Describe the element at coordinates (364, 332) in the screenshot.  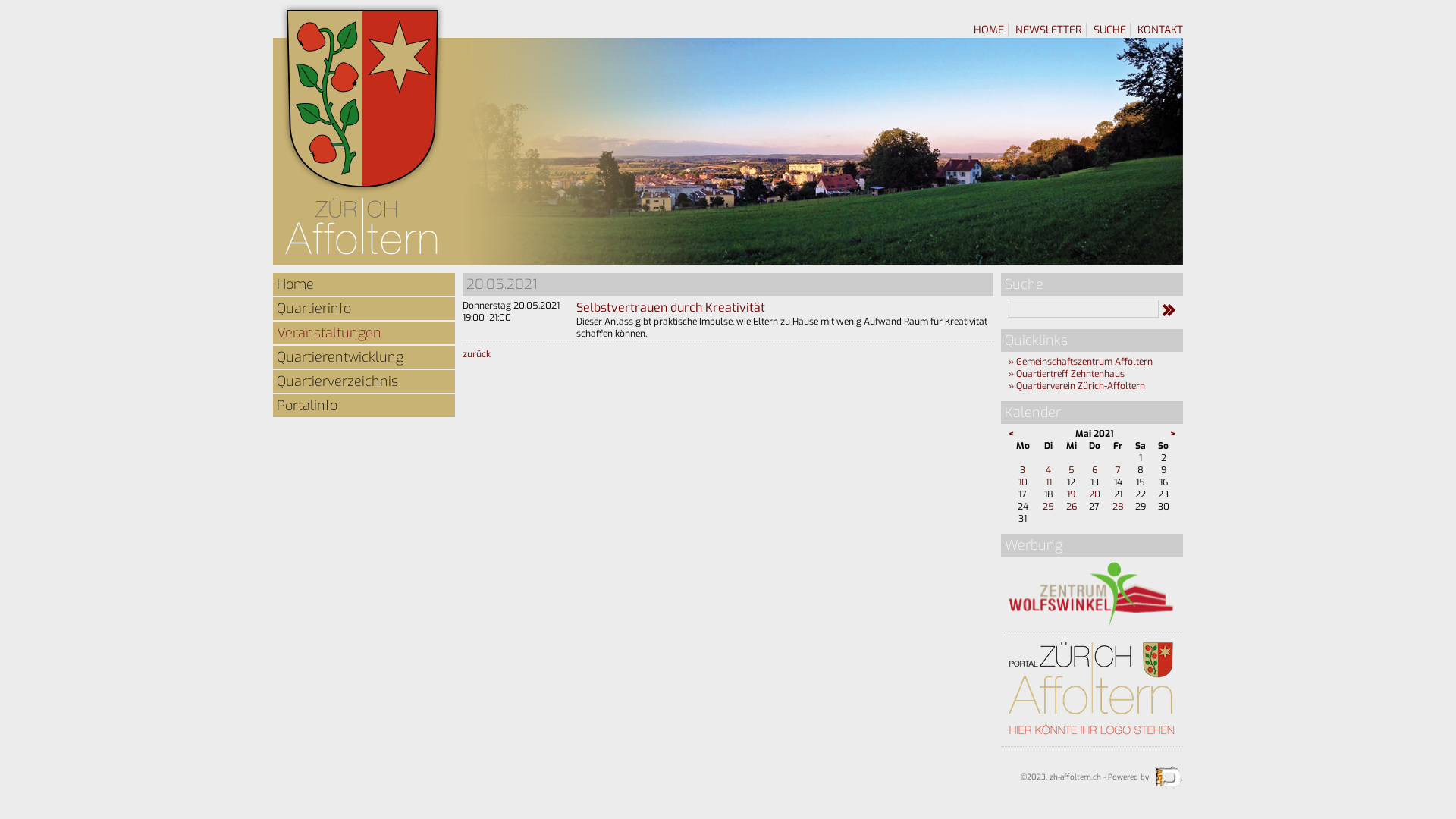
I see `'Veranstaltungen'` at that location.